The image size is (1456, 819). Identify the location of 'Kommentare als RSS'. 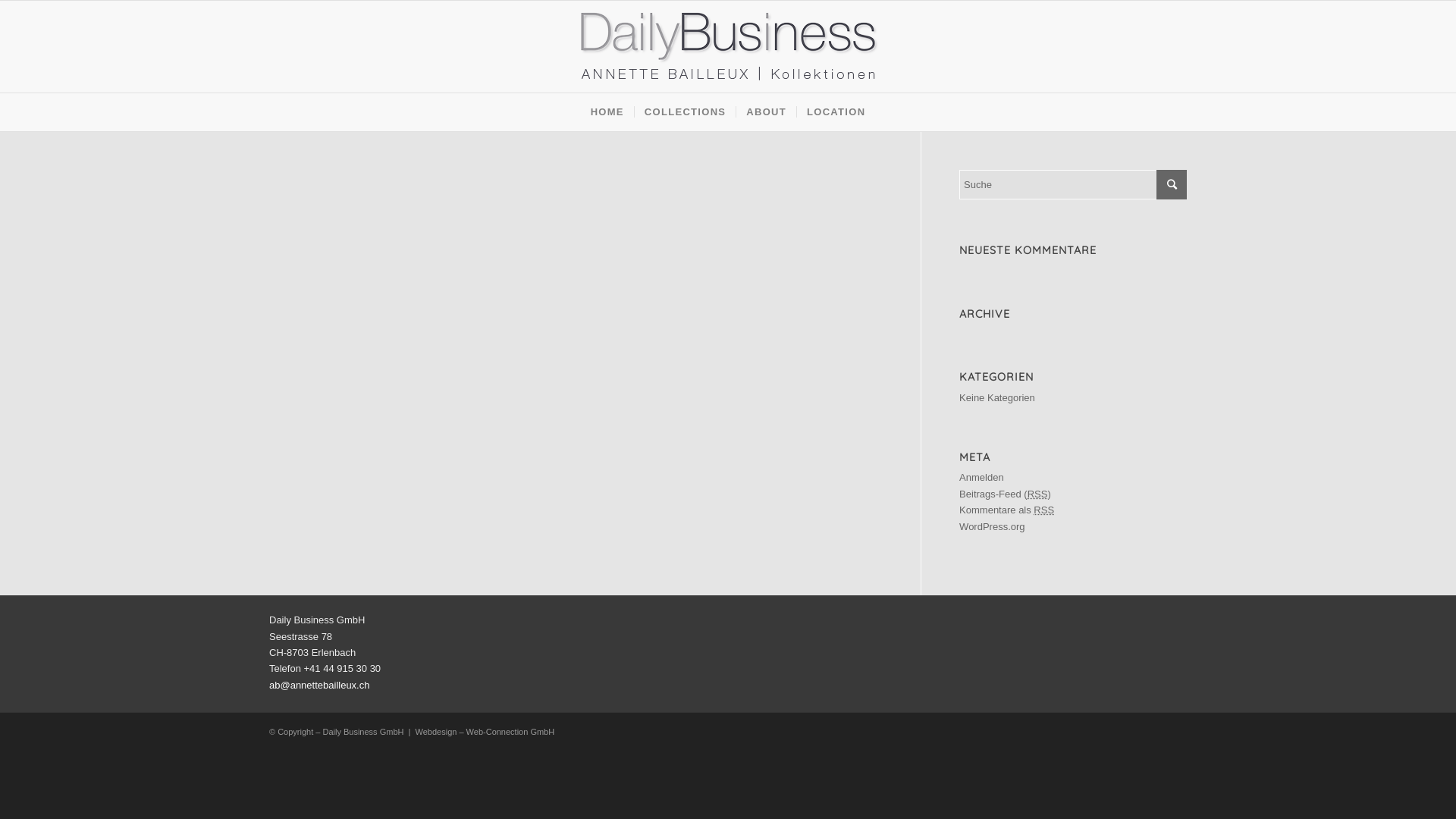
(1006, 510).